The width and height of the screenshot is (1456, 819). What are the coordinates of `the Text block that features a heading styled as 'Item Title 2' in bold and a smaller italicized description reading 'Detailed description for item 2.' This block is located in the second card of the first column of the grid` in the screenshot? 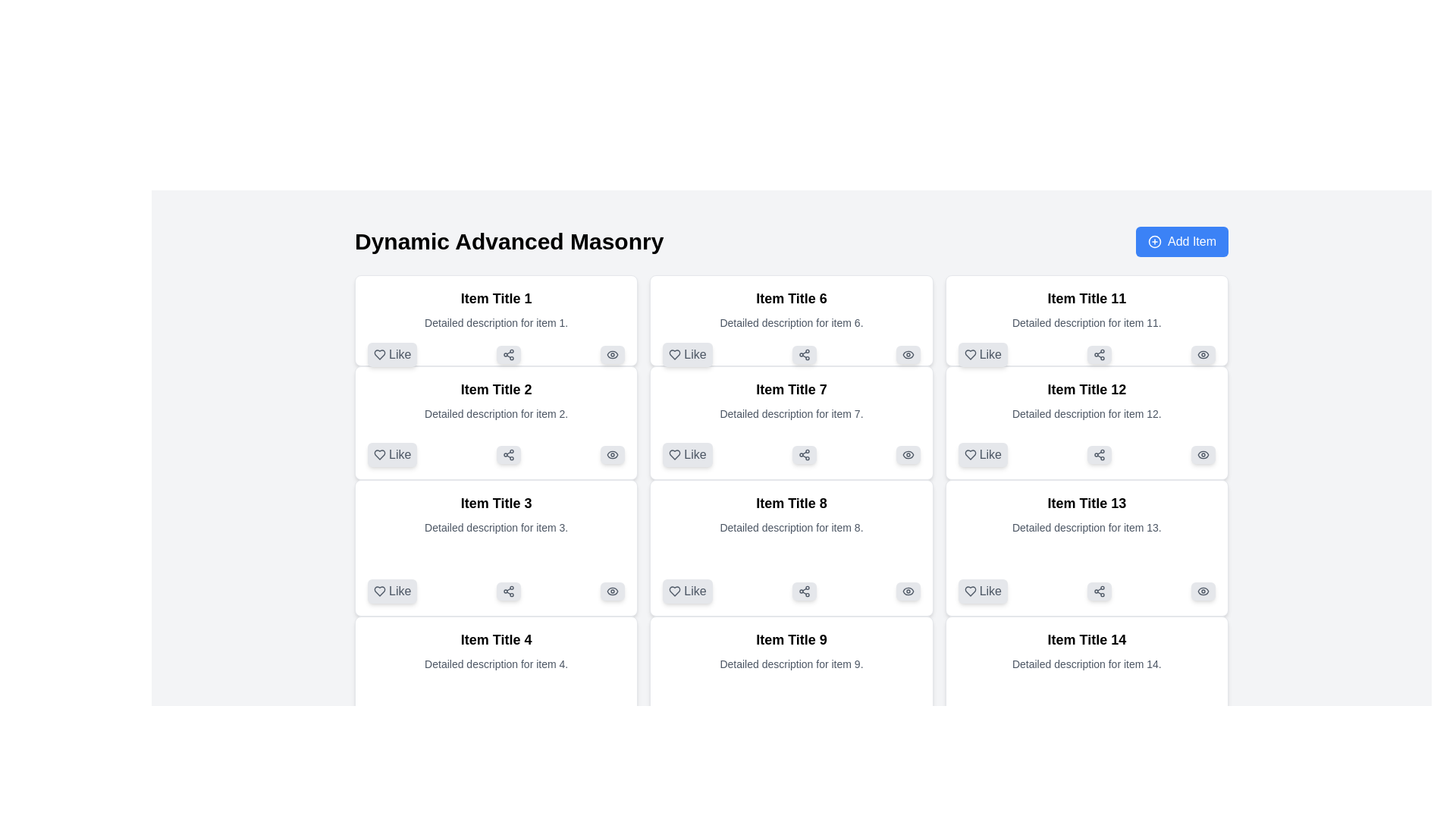 It's located at (496, 403).